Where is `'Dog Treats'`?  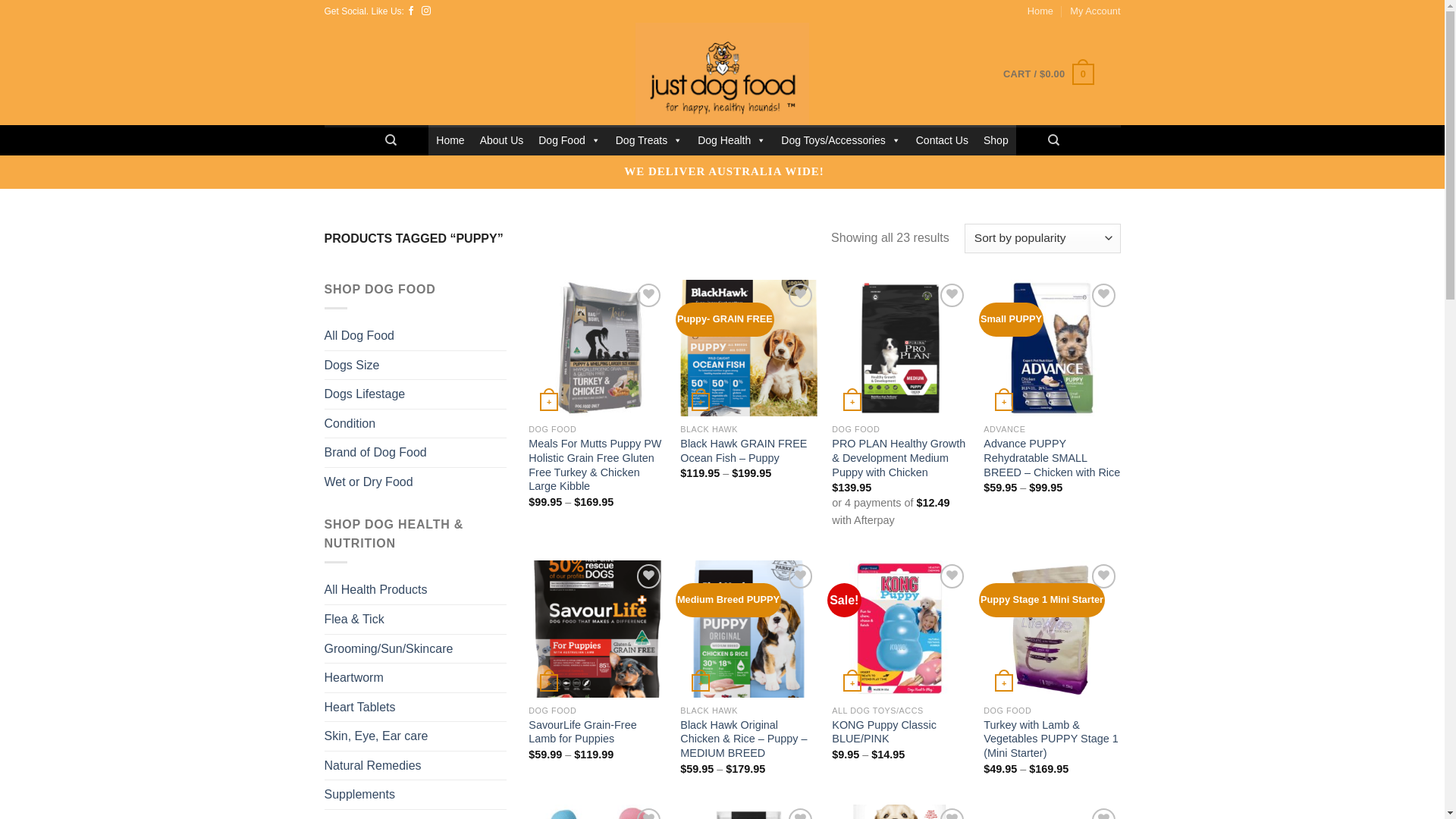 'Dog Treats' is located at coordinates (607, 140).